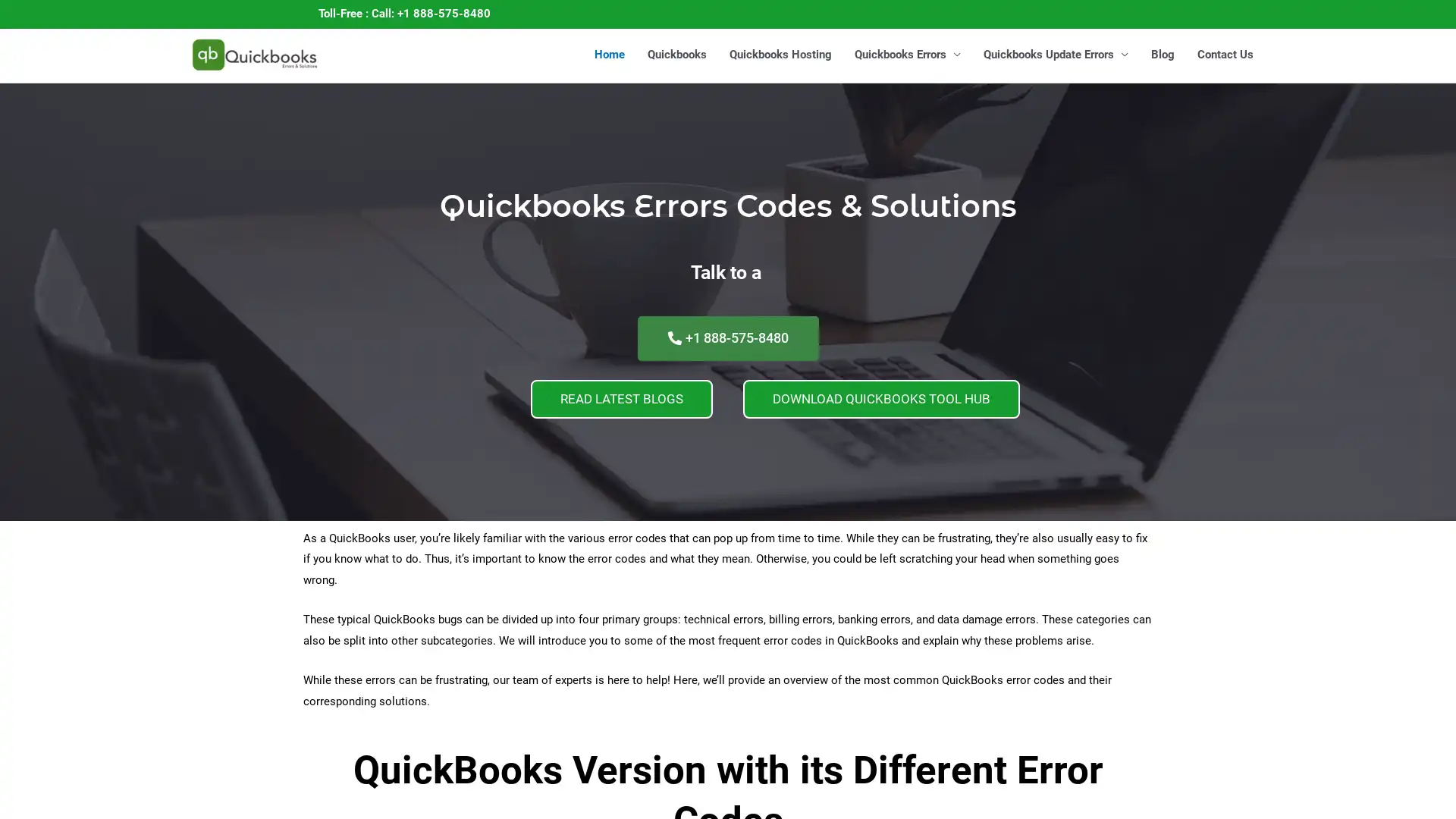  What do you see at coordinates (881, 397) in the screenshot?
I see `DOWNLOAD QUICKBOOKS TOOL HUB` at bounding box center [881, 397].